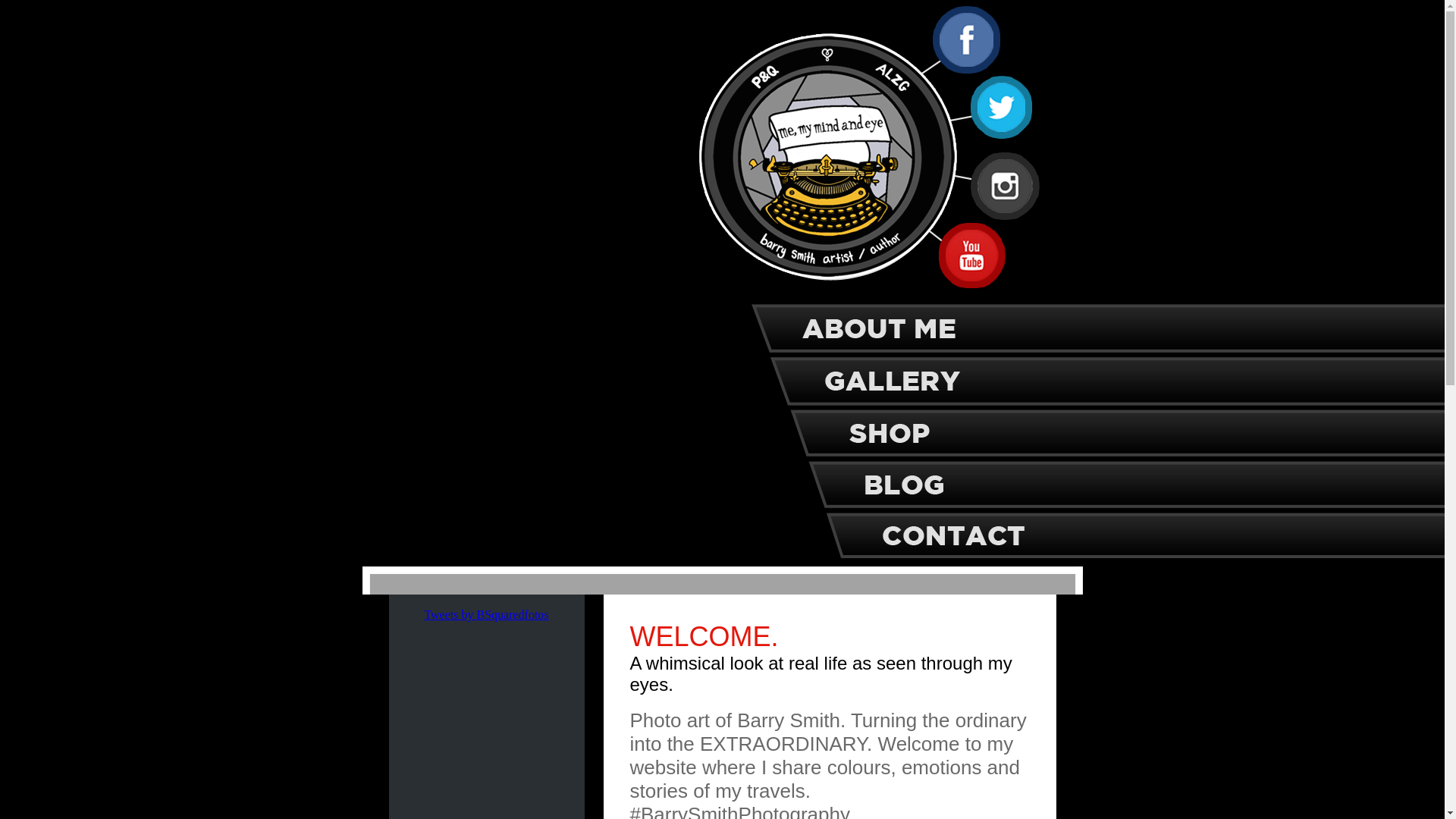 The image size is (1456, 819). Describe the element at coordinates (486, 614) in the screenshot. I see `'Tweets by BSquaredfotos'` at that location.